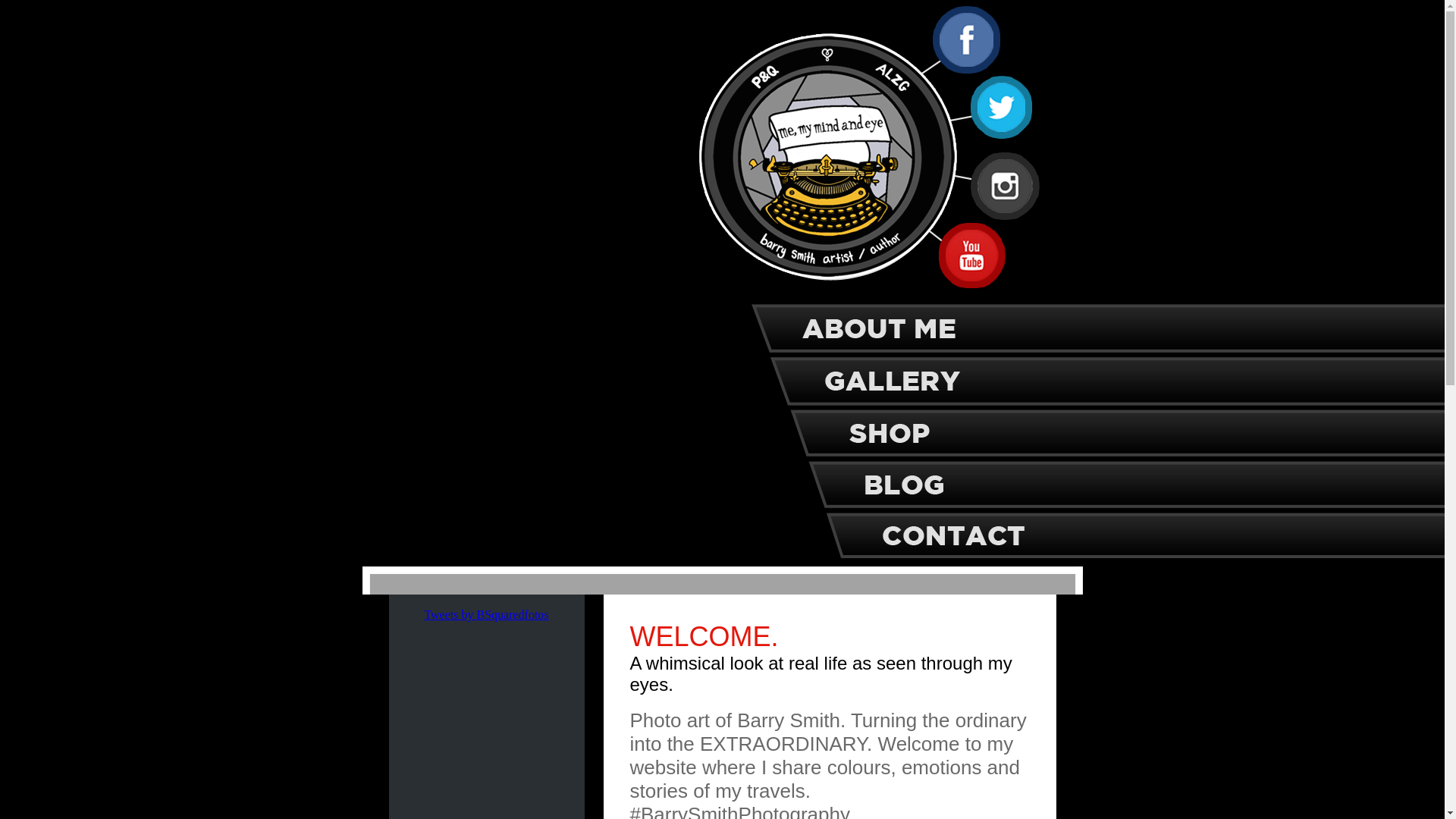 The image size is (1456, 819). Describe the element at coordinates (486, 614) in the screenshot. I see `'Tweets by BSquaredfotos'` at that location.